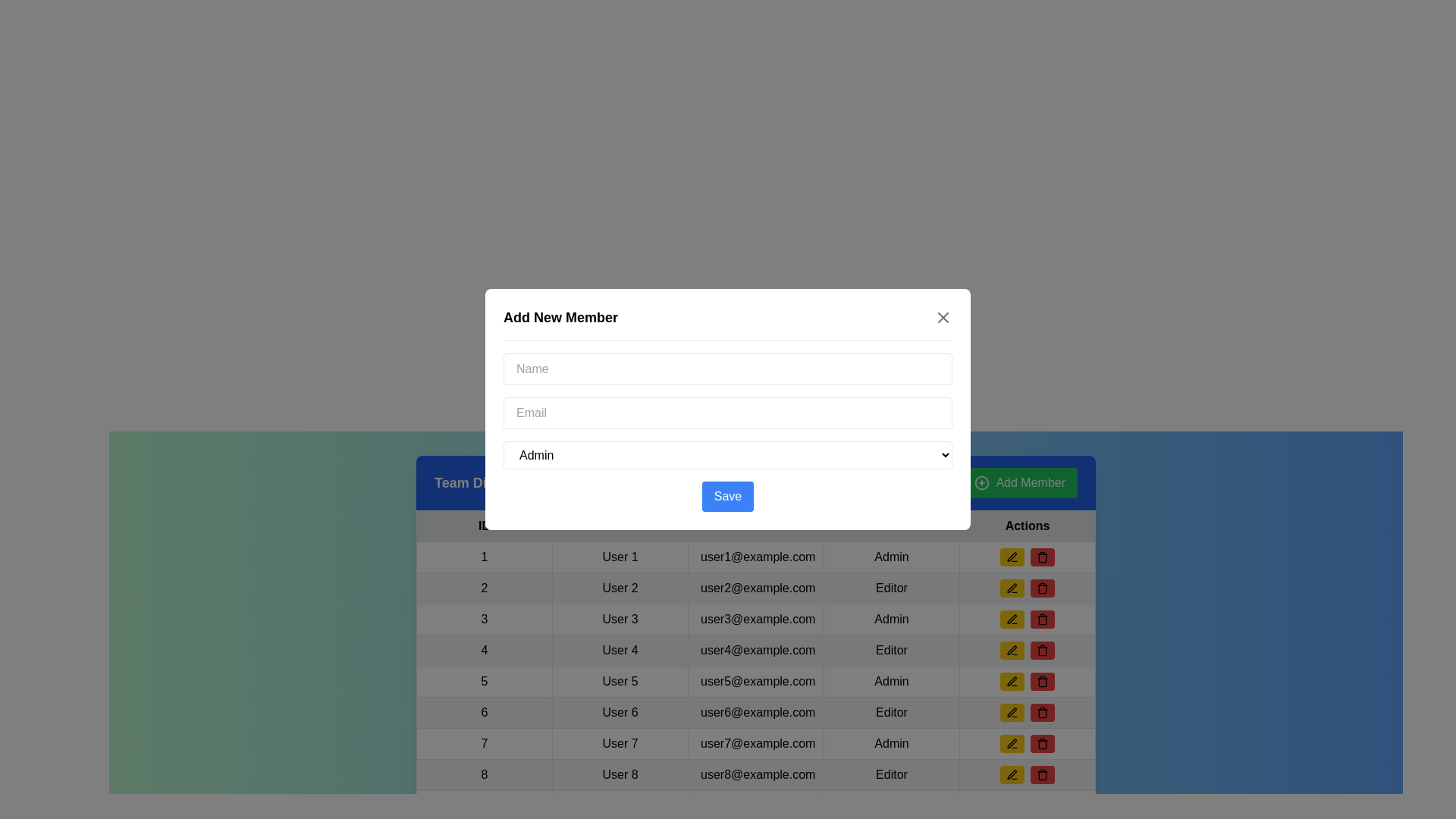 The height and width of the screenshot is (819, 1456). I want to click on the red rounded delete button with a trash bin icon located as the second button in the Action column of the data table, so click(1041, 649).